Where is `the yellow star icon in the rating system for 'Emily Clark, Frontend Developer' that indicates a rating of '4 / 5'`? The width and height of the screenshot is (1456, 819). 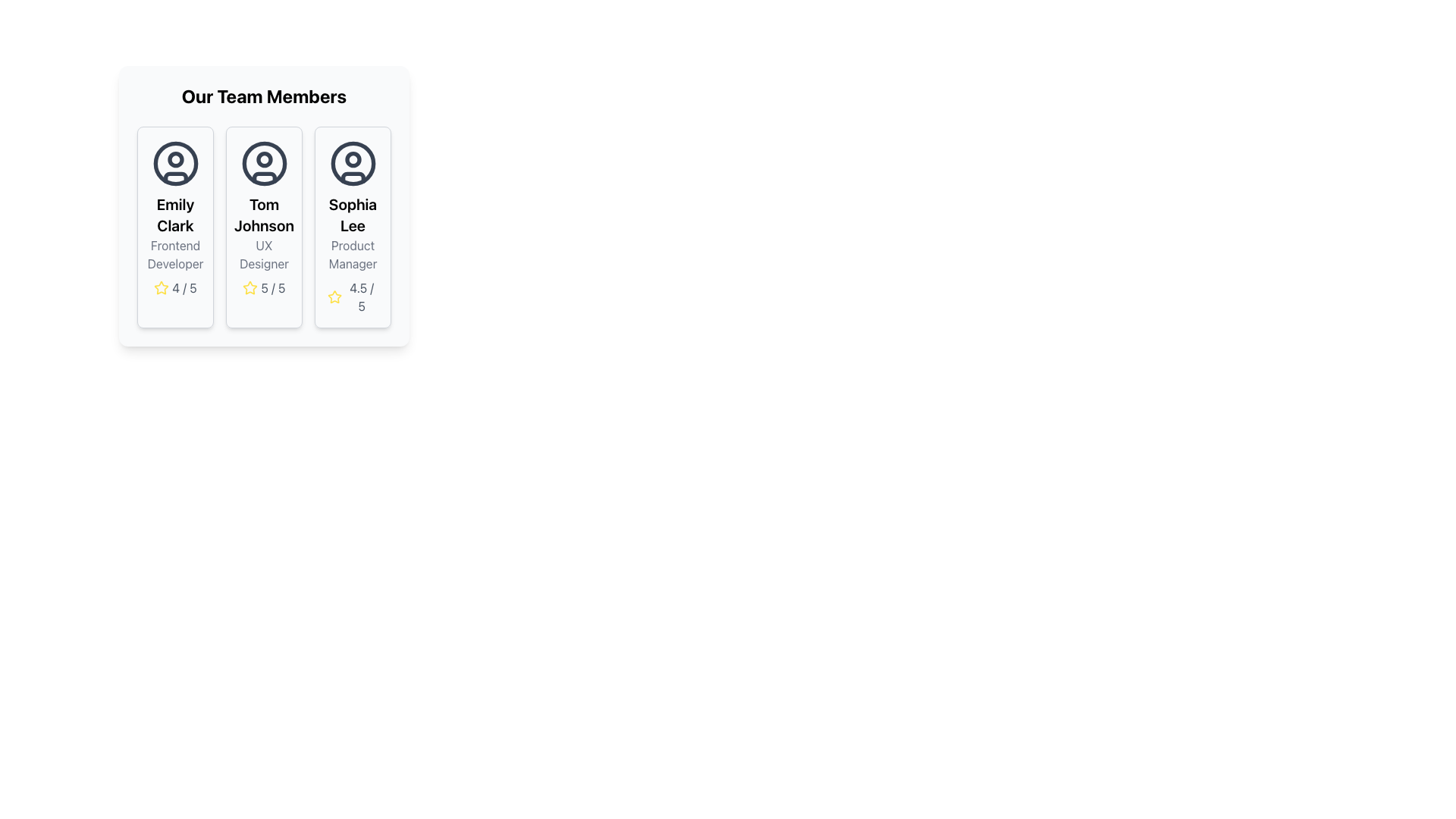
the yellow star icon in the rating system for 'Emily Clark, Frontend Developer' that indicates a rating of '4 / 5' is located at coordinates (162, 288).